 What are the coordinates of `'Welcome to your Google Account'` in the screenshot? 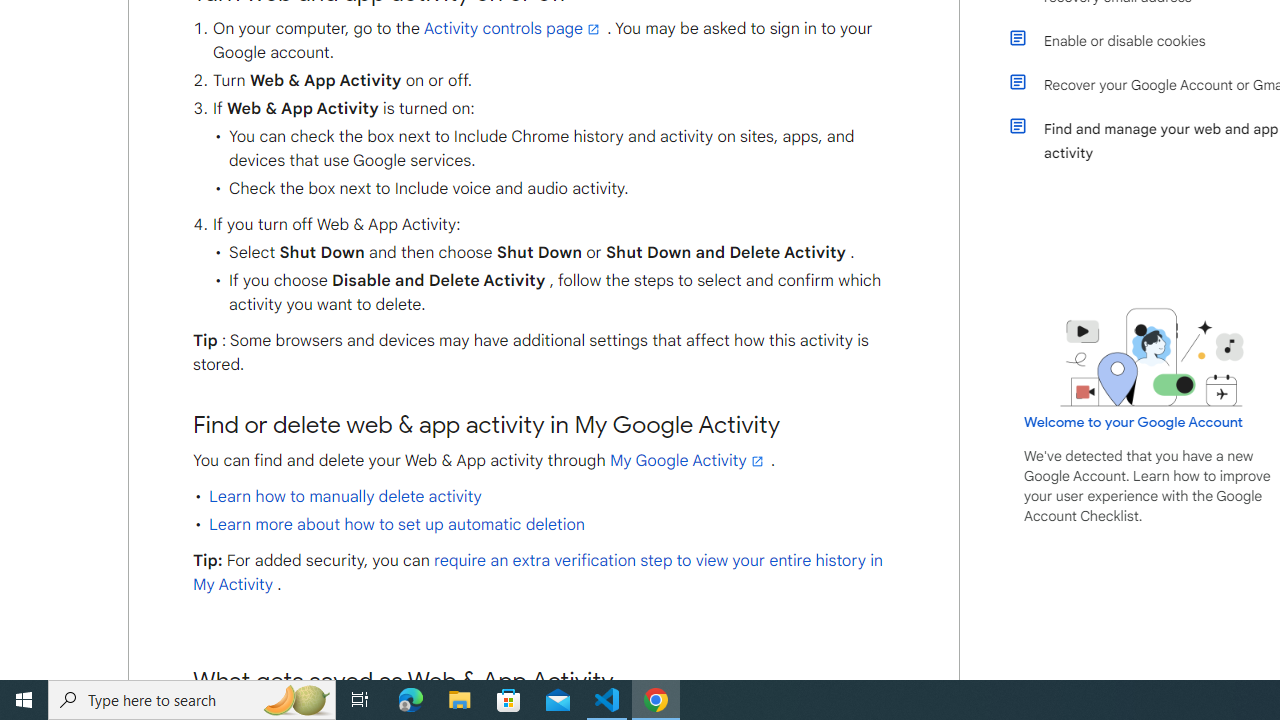 It's located at (1134, 421).